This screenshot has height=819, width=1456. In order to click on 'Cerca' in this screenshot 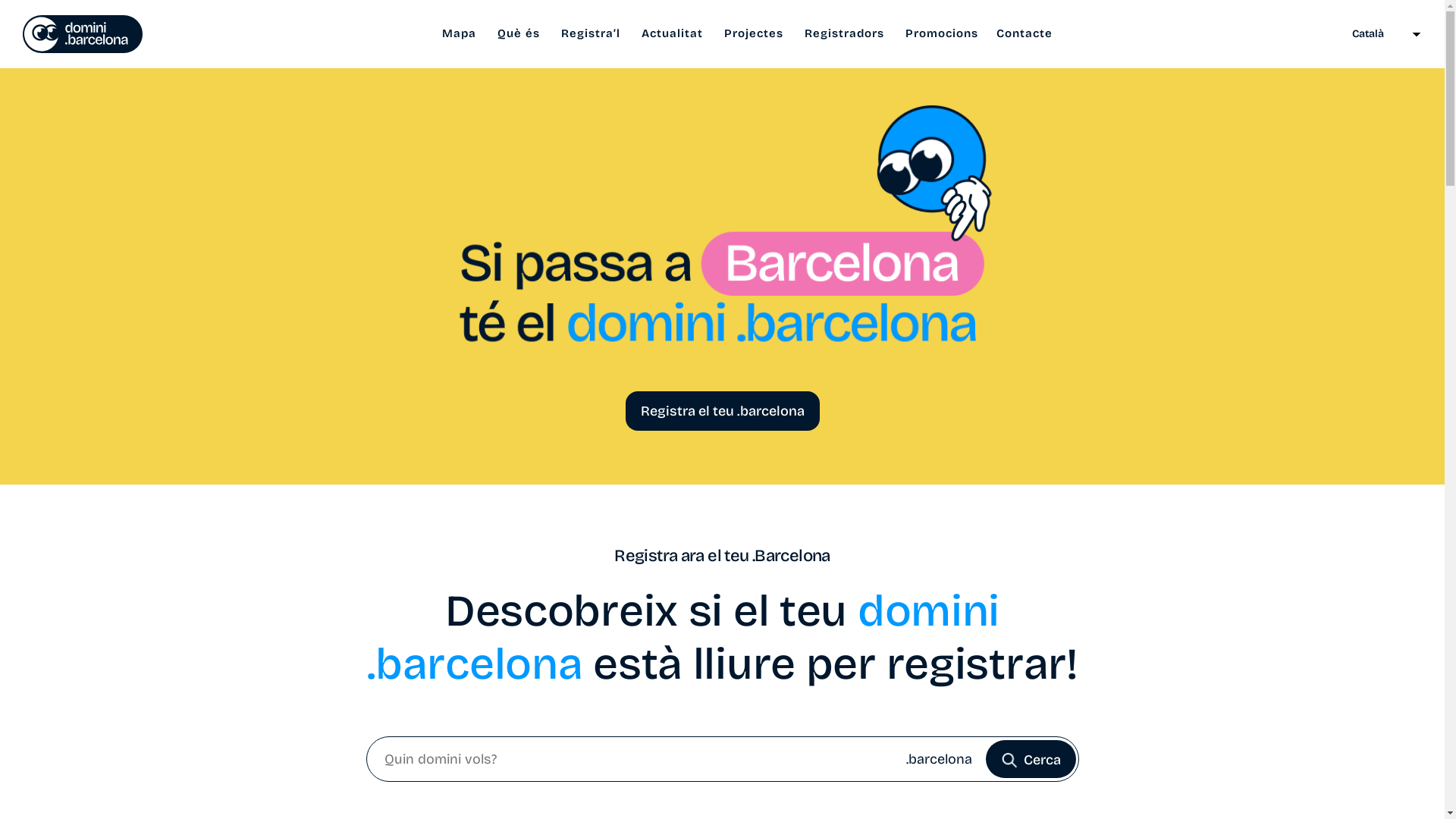, I will do `click(1031, 759)`.